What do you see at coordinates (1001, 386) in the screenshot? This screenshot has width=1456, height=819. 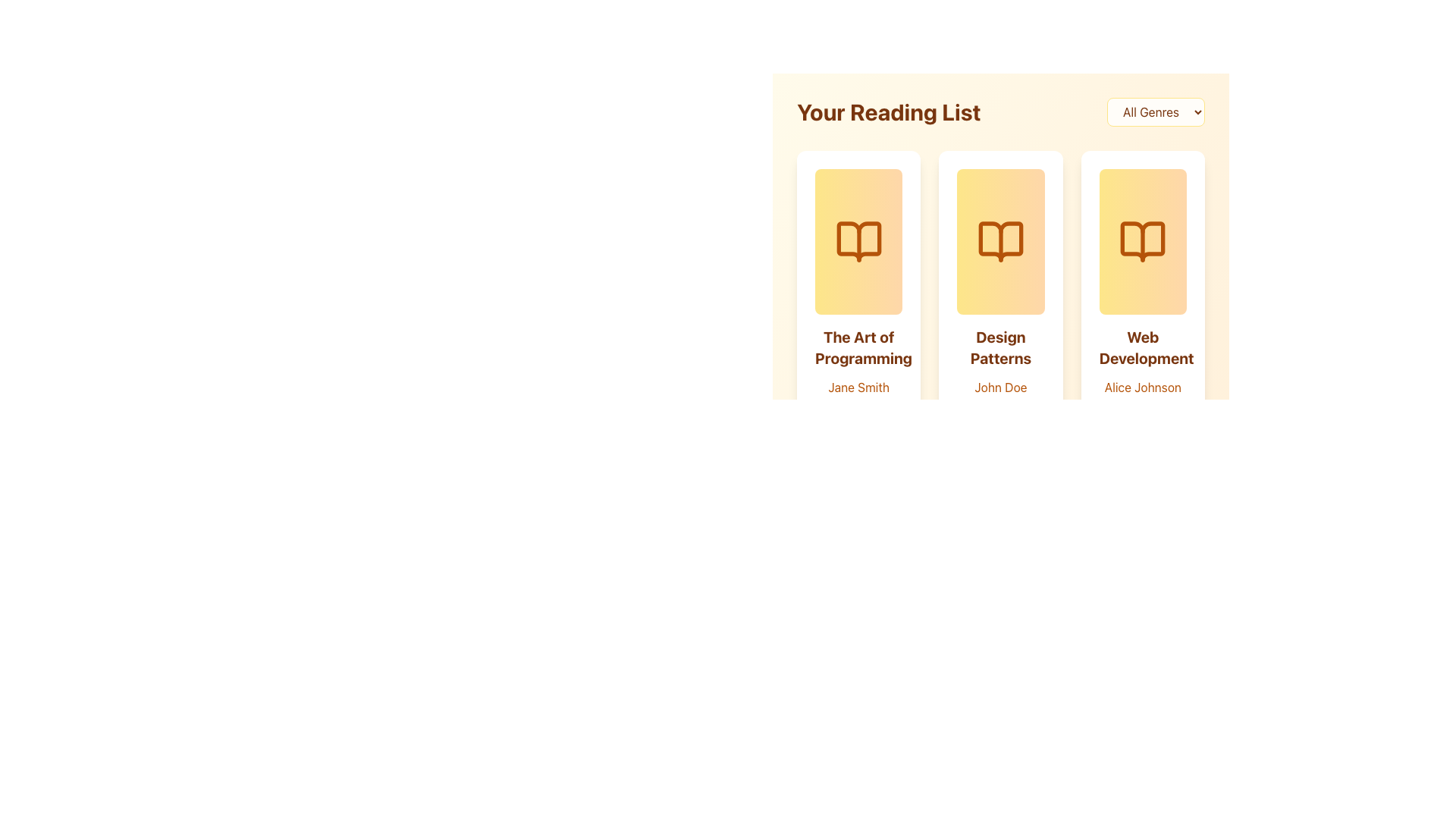 I see `the static text 'John Doe' displayed in a brownish amber font, located below the title 'Design Patterns' in the second column of the reading list card` at bounding box center [1001, 386].